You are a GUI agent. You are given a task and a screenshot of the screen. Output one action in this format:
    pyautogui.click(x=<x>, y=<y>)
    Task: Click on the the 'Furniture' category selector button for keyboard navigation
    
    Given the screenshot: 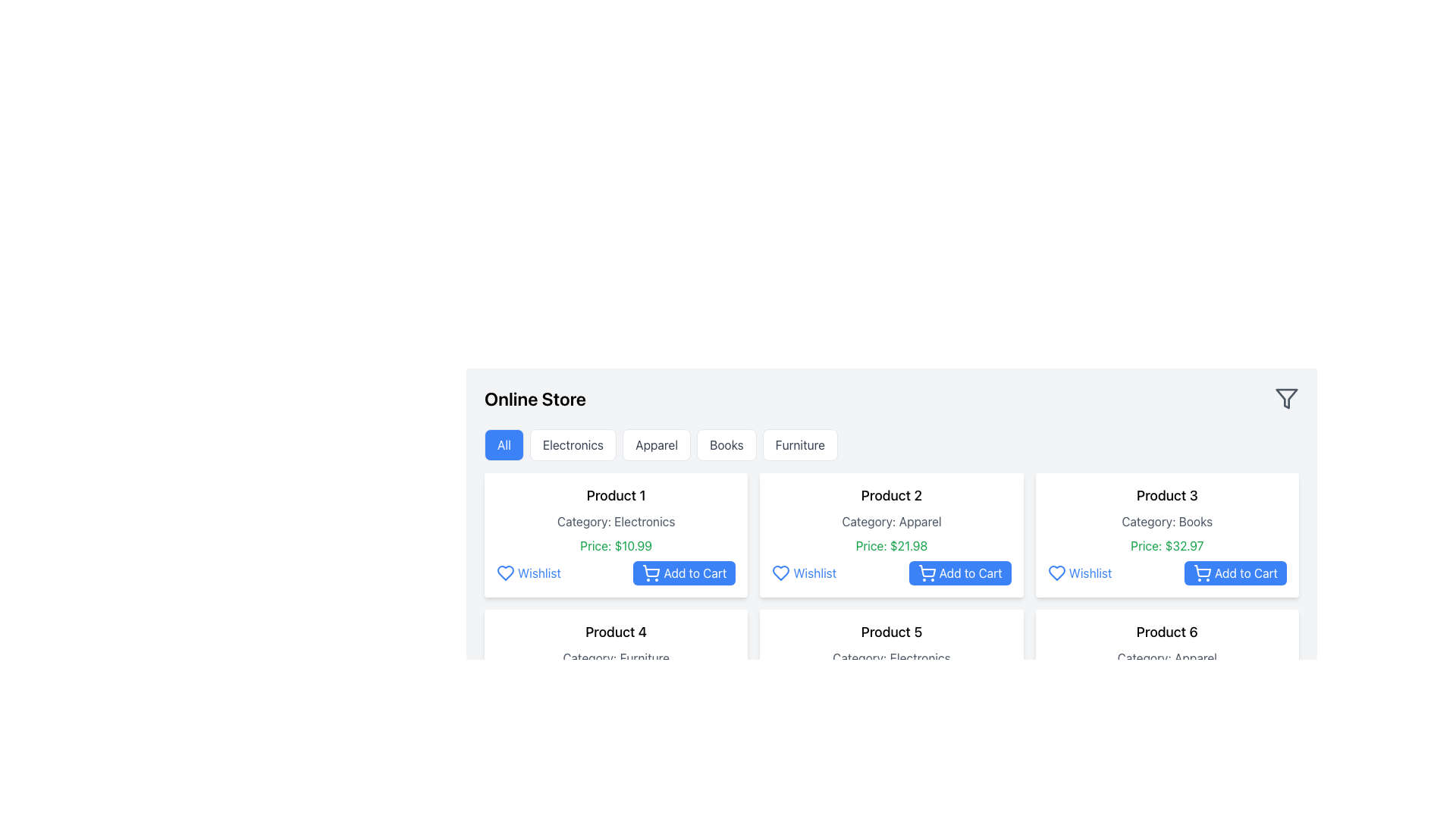 What is the action you would take?
    pyautogui.click(x=799, y=444)
    